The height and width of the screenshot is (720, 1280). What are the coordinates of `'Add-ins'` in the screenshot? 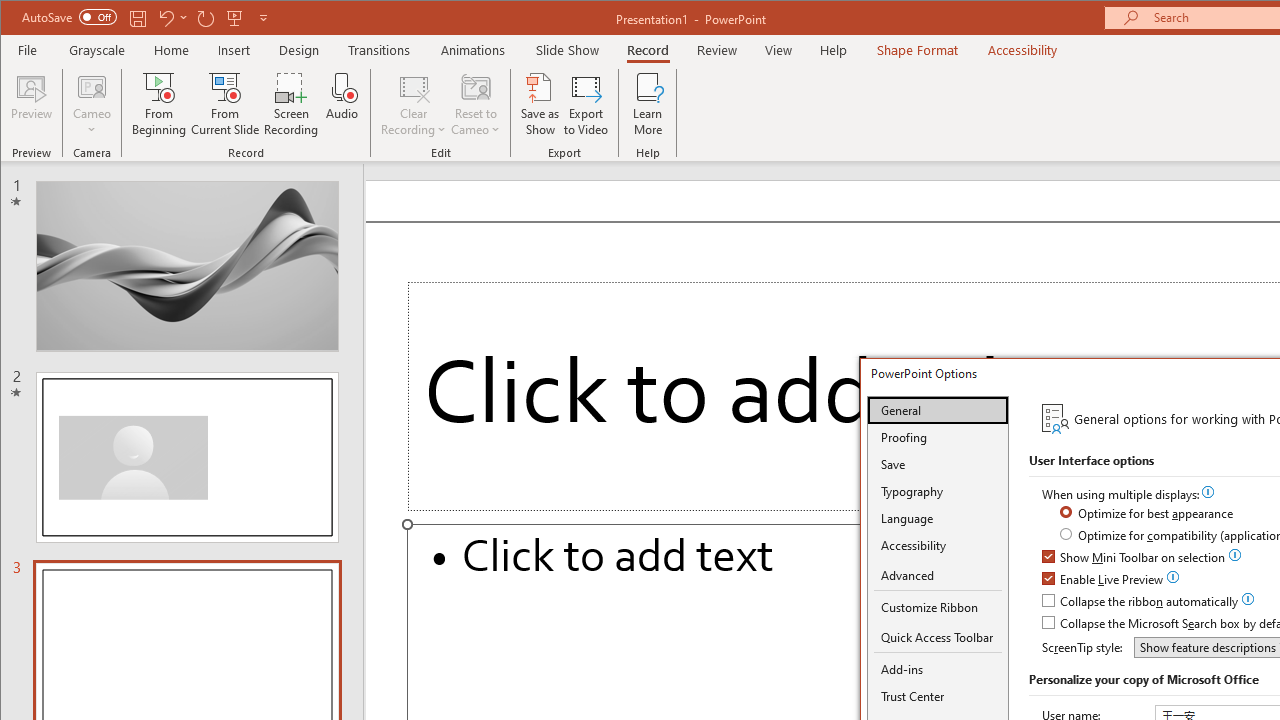 It's located at (937, 669).